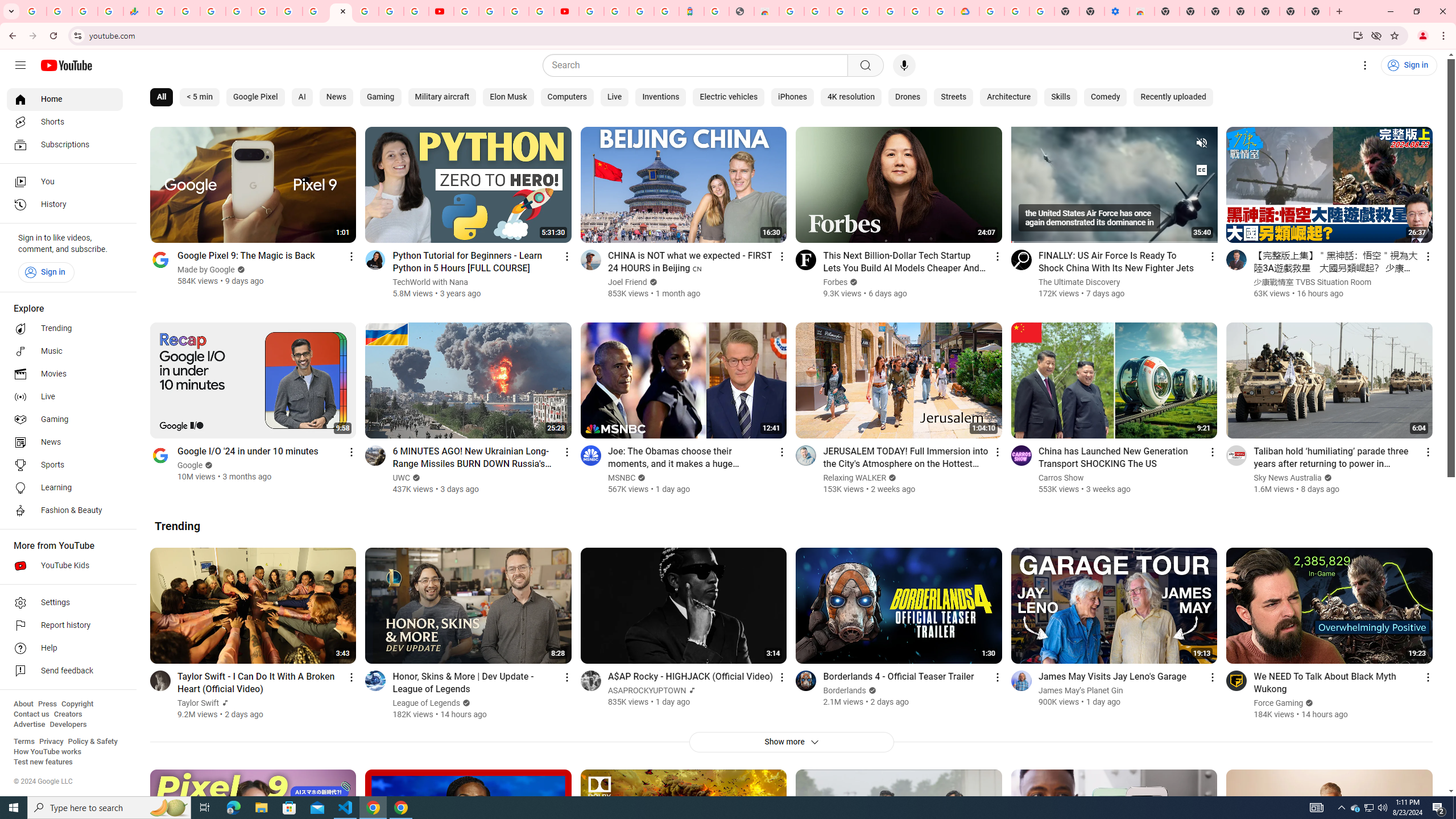  What do you see at coordinates (854, 477) in the screenshot?
I see `'Relaxing WALKER'` at bounding box center [854, 477].